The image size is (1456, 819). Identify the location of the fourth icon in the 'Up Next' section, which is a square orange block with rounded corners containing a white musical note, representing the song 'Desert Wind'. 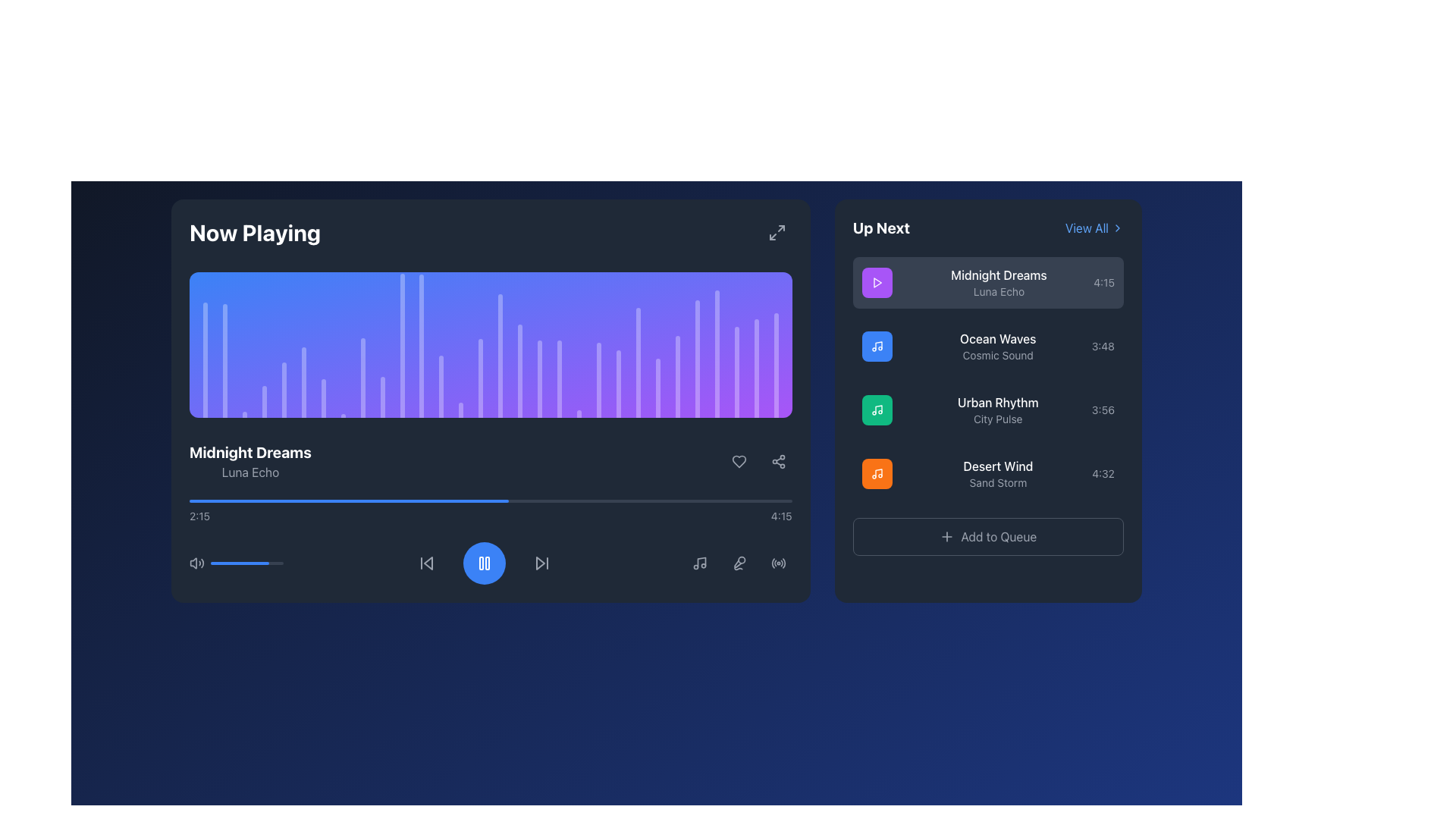
(877, 472).